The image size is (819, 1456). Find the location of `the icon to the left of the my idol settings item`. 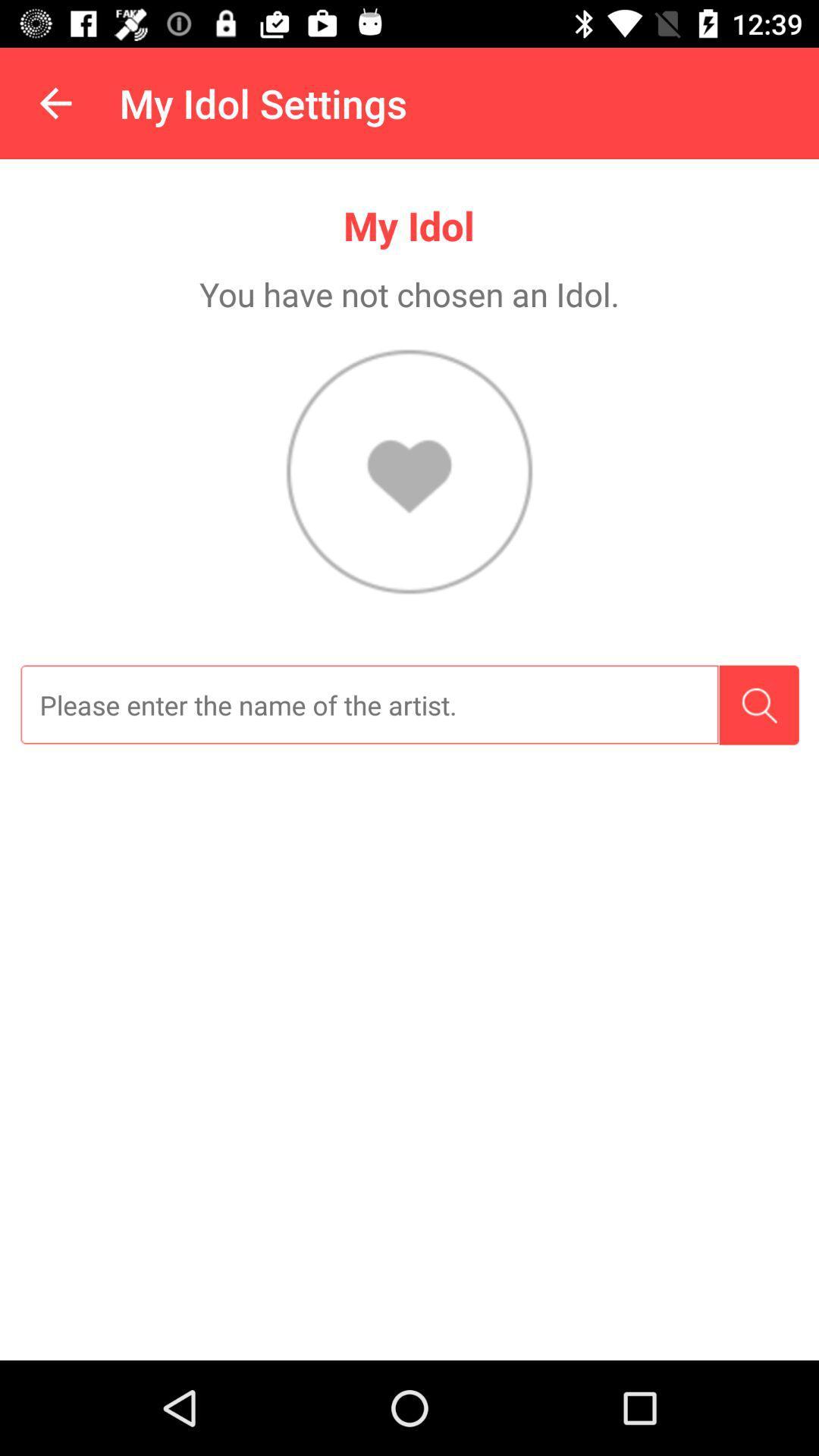

the icon to the left of the my idol settings item is located at coordinates (55, 102).